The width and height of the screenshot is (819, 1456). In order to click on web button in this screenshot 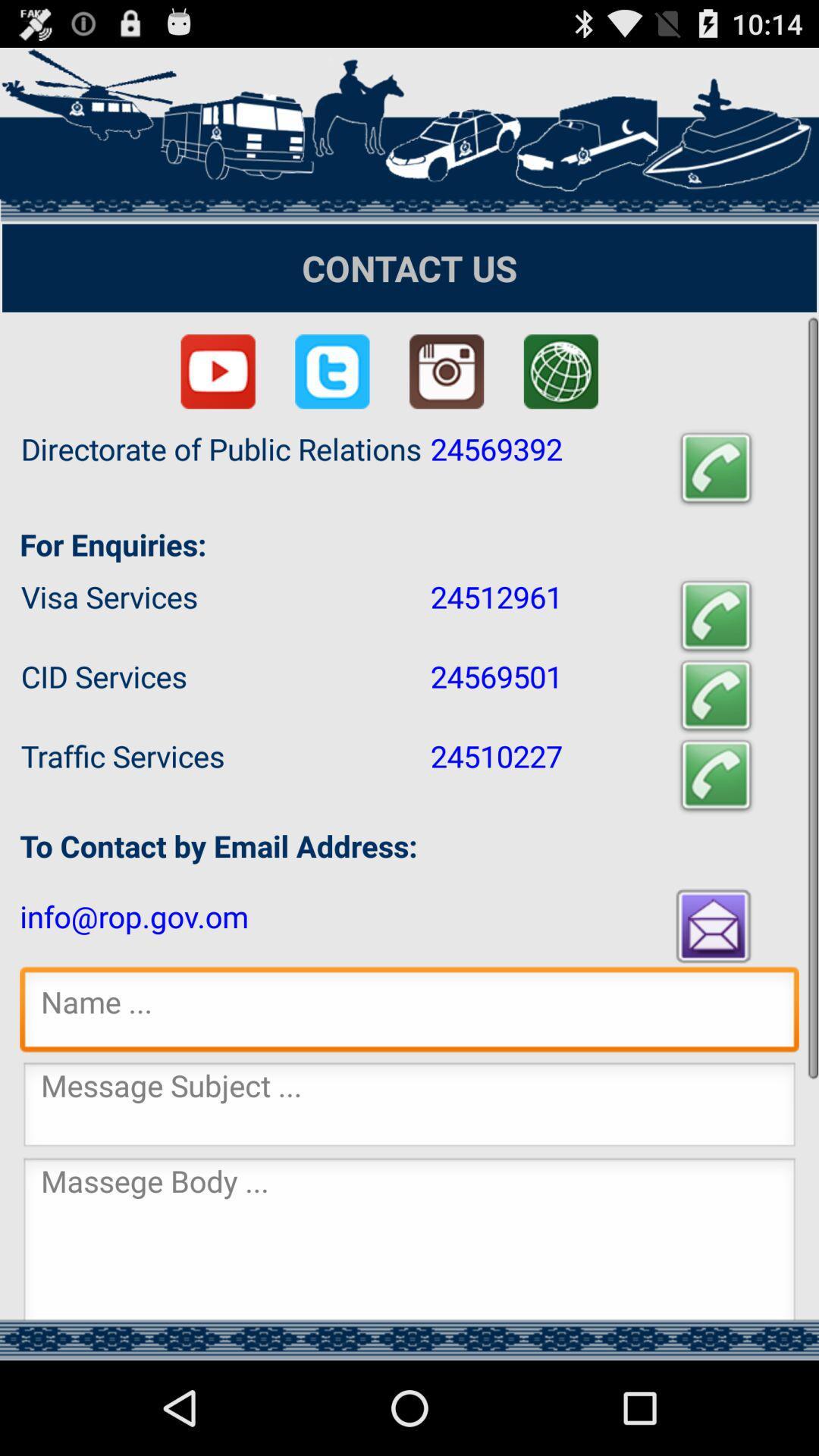, I will do `click(560, 372)`.